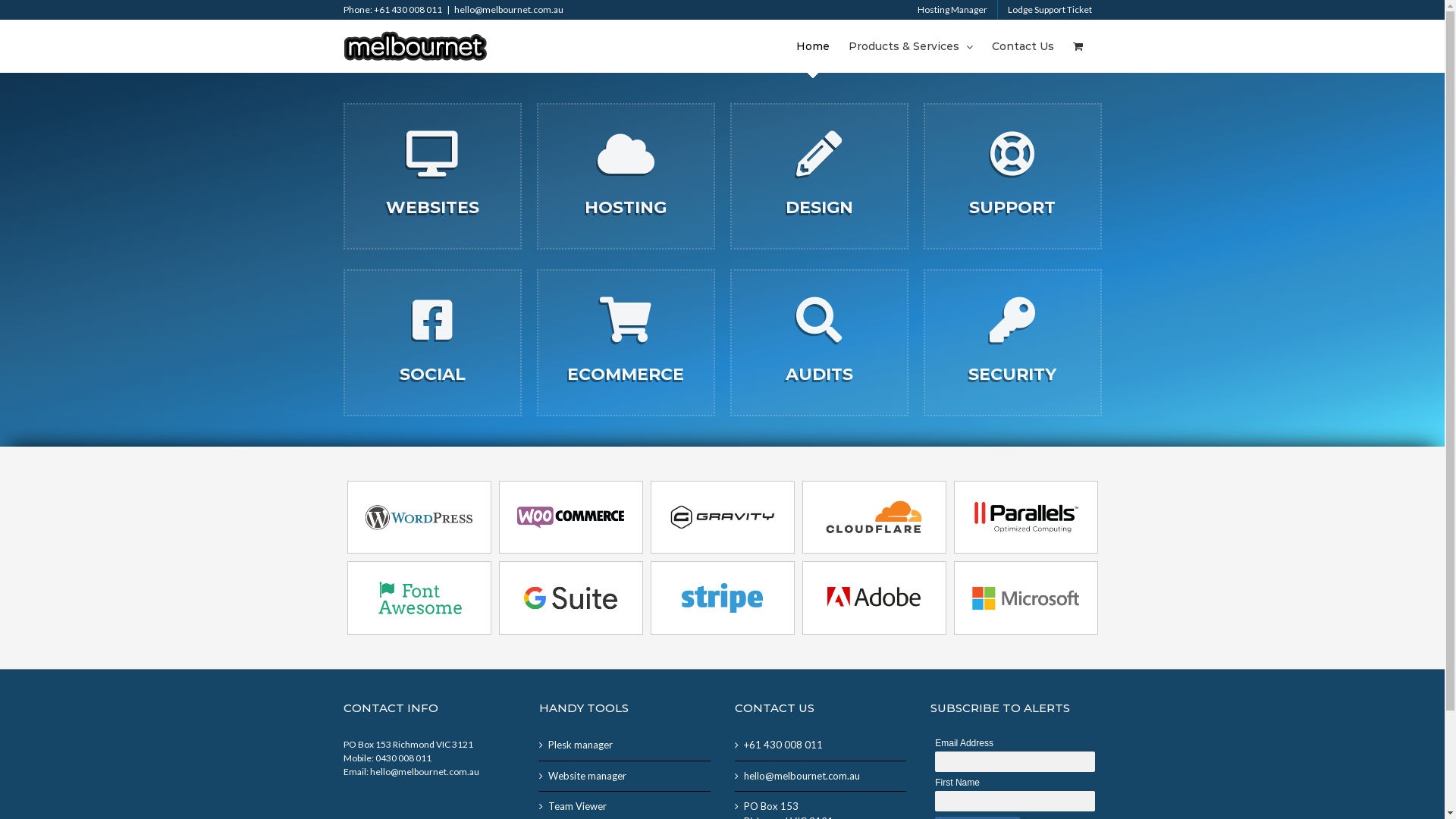 This screenshot has width=1456, height=819. I want to click on 'wordpress', so click(359, 516).